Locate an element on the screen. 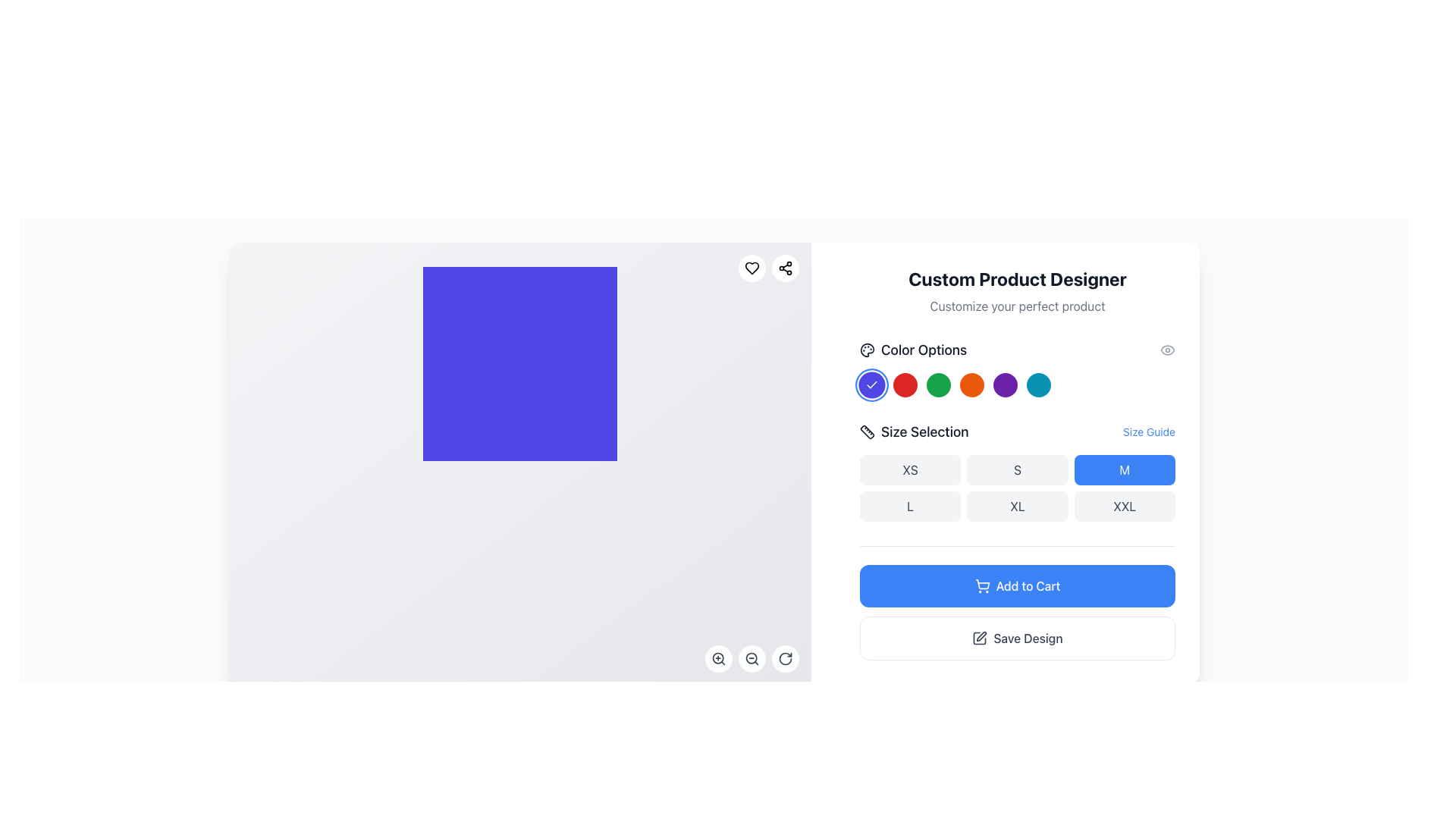  the circular icon button with a clockwise arrow design located at the bottom-right corner of the canvas to rotate it clockwise is located at coordinates (786, 657).